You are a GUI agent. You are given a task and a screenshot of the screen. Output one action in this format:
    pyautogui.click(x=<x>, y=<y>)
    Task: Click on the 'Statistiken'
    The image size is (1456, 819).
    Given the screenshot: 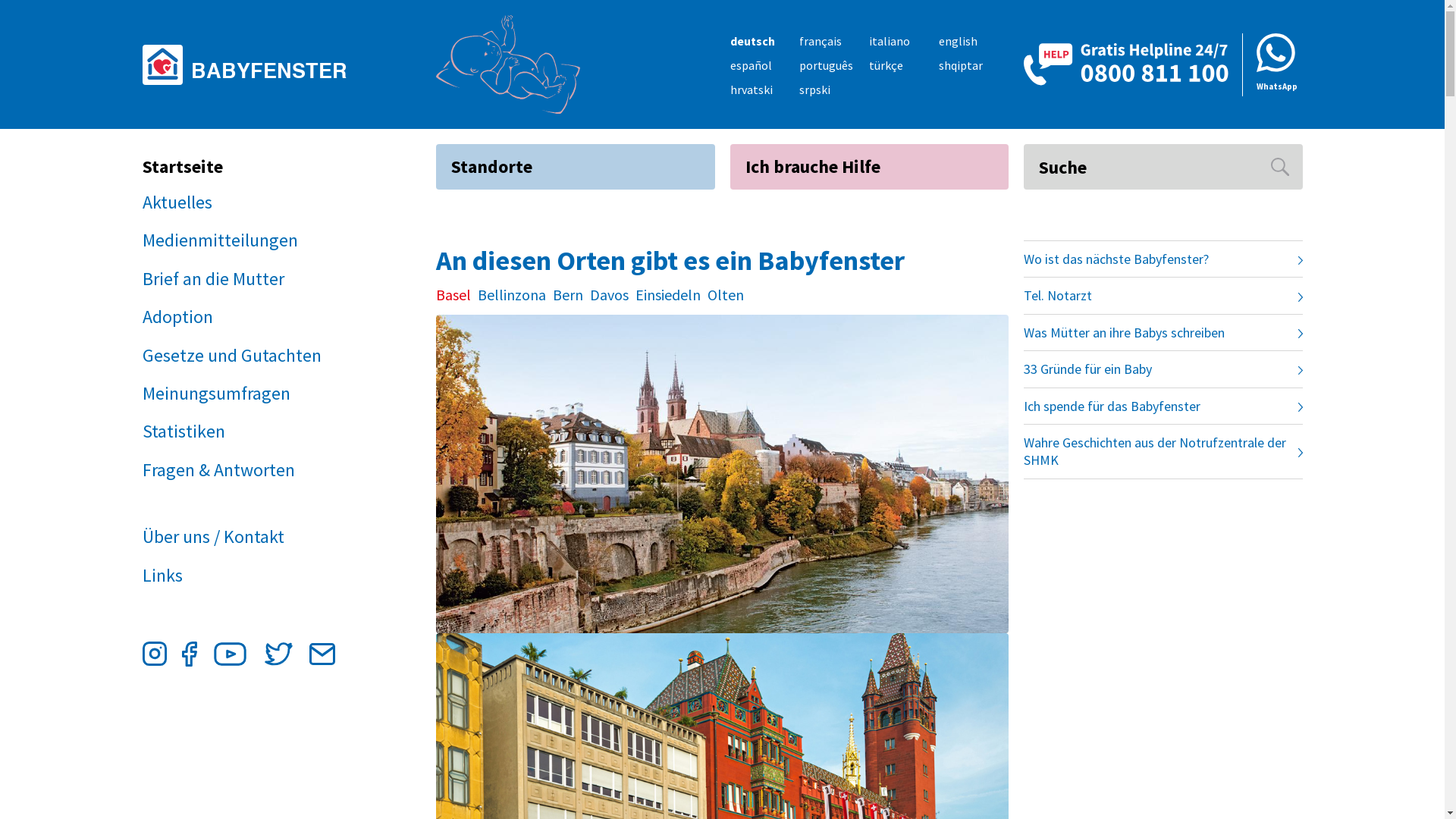 What is the action you would take?
    pyautogui.click(x=254, y=431)
    